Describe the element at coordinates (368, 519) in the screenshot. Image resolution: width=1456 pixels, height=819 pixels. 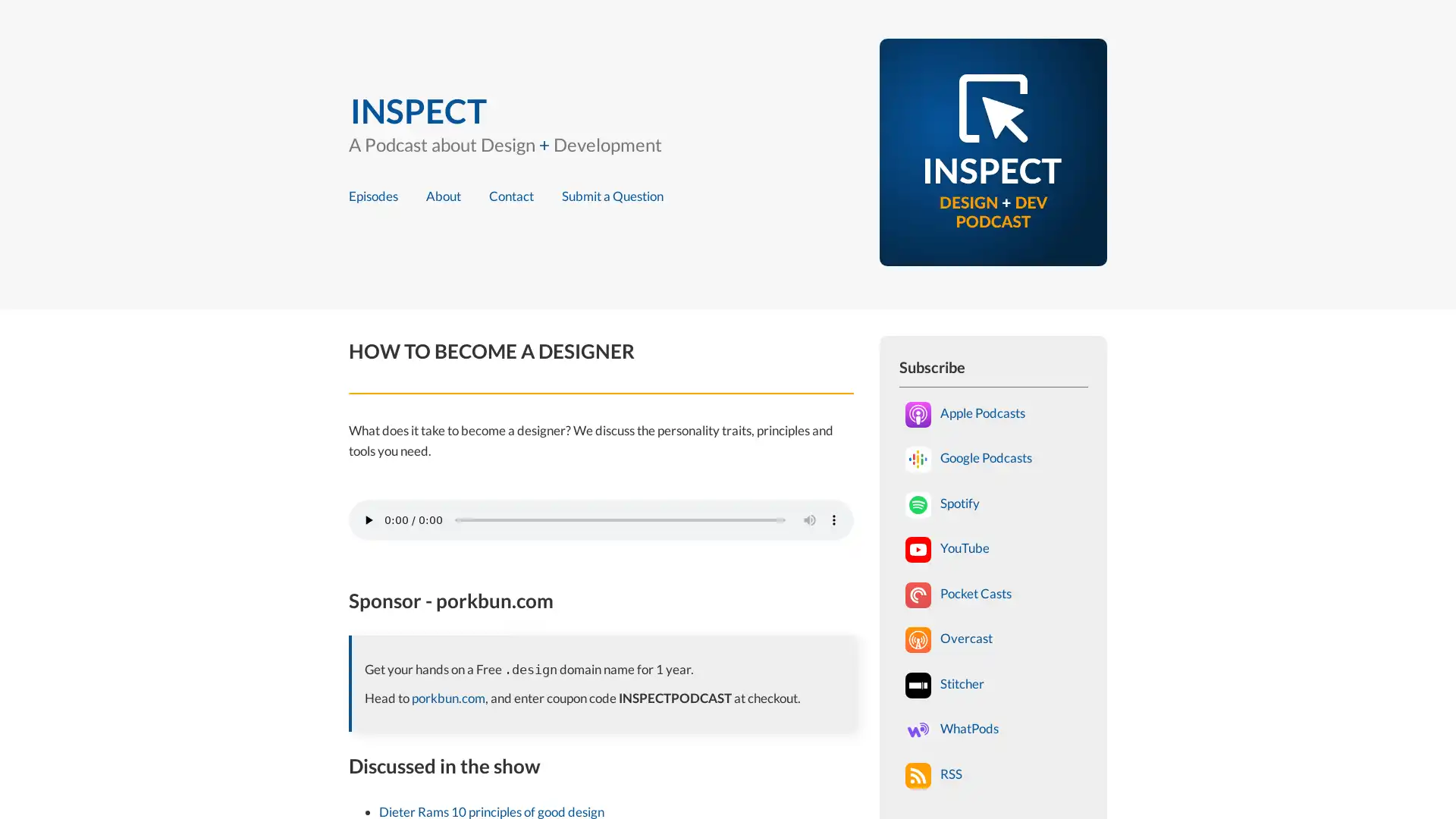
I see `play` at that location.